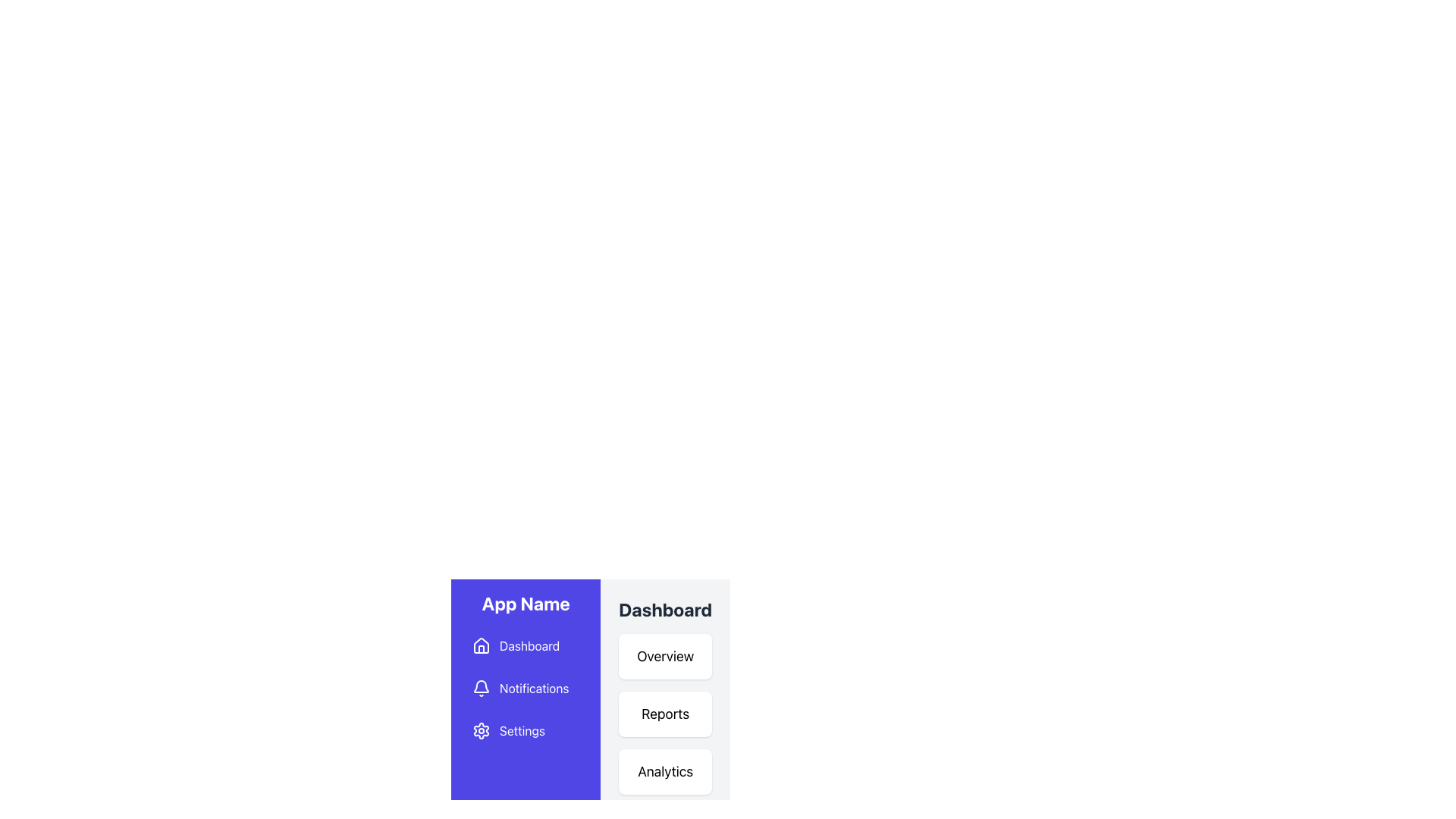 The image size is (1456, 819). Describe the element at coordinates (665, 714) in the screenshot. I see `the white rectangular button labeled 'Reports' located in the center column under the 'Dashboard' header` at that location.